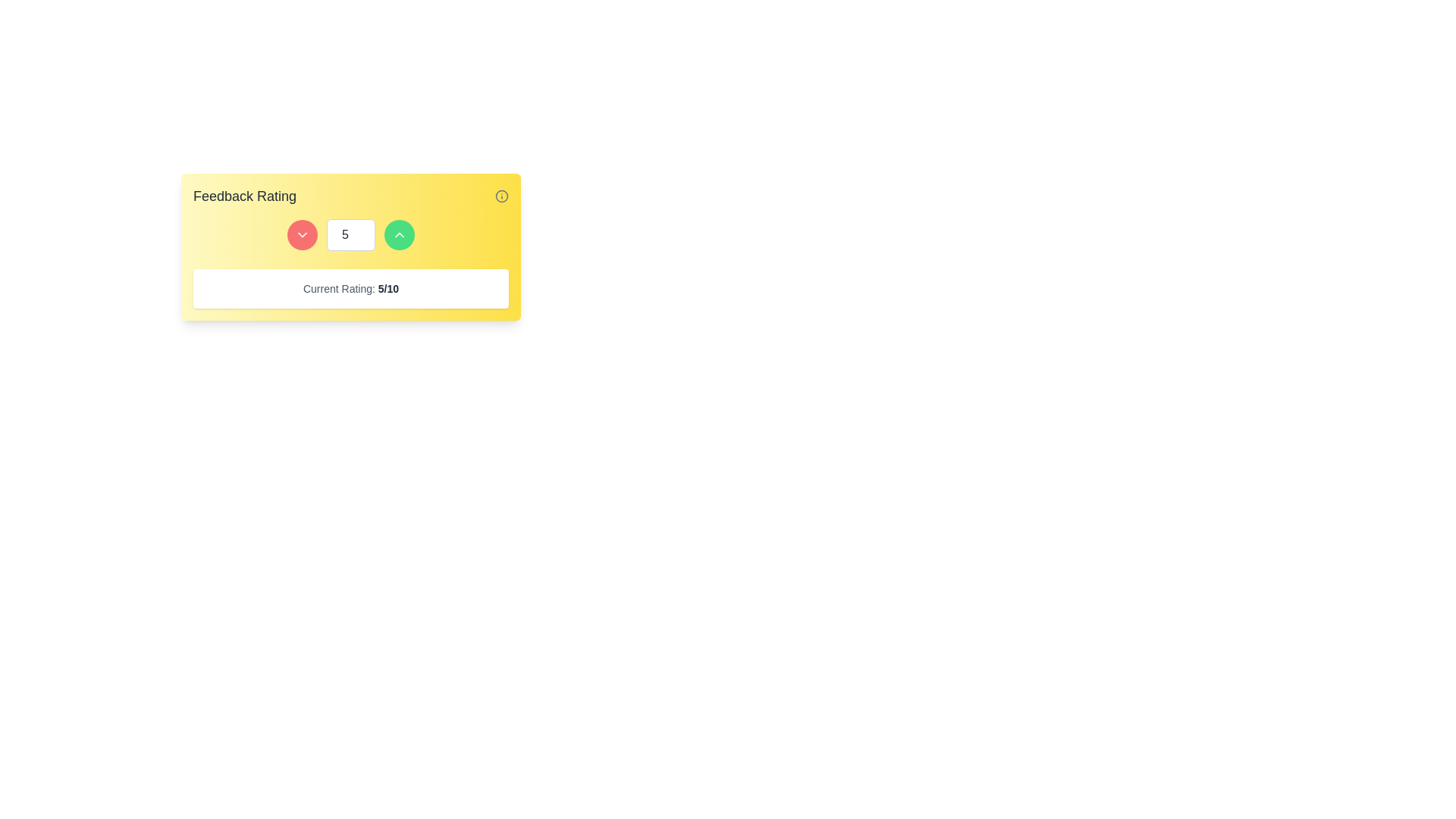  I want to click on the Text Label that serves as a heading for the feedback rating section, positioned at the top-left corner of the yellow rectangular card interface, so click(245, 195).